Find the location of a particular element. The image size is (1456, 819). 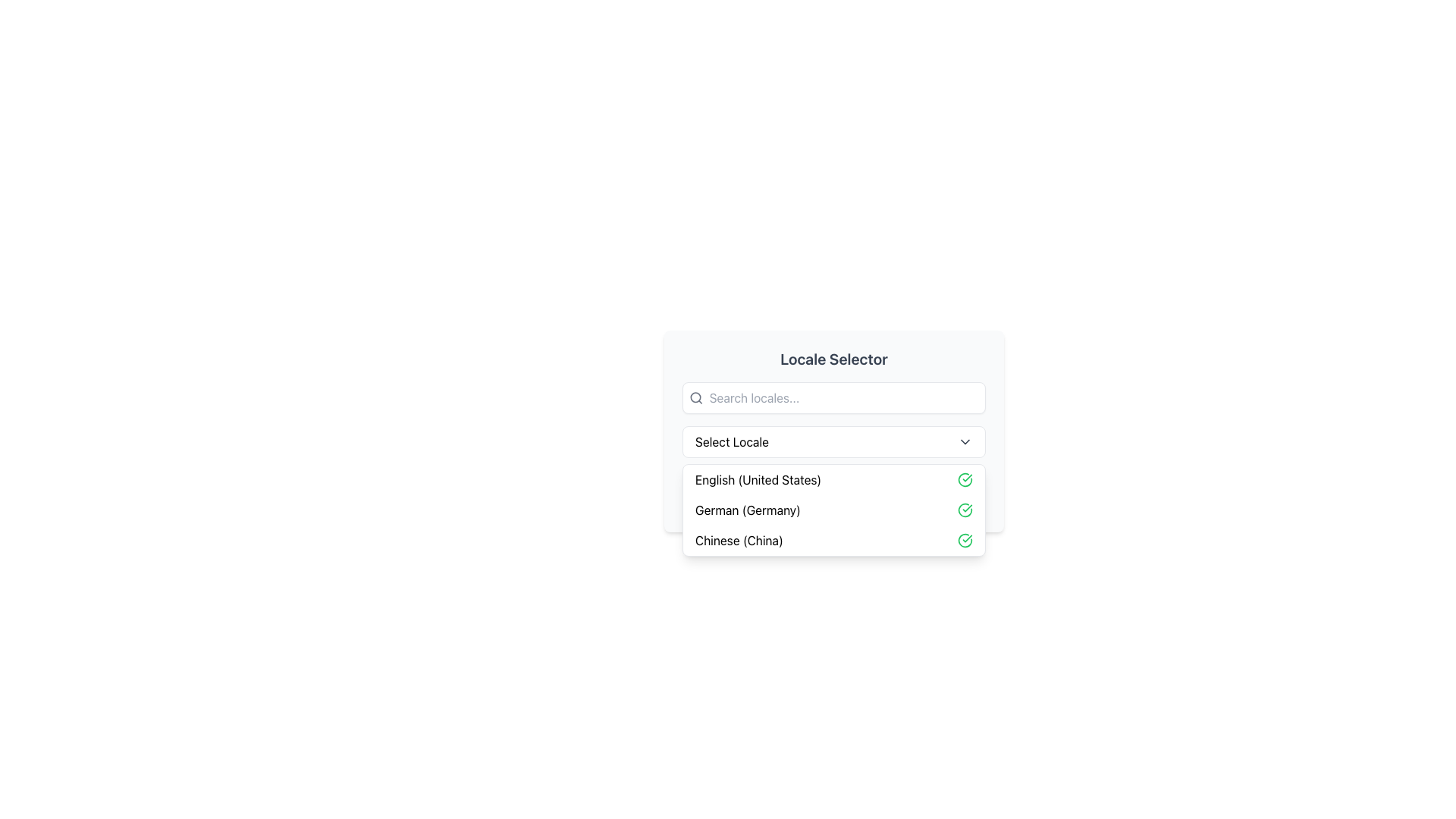

the List Item displaying 'German (Germany)' is located at coordinates (748, 510).